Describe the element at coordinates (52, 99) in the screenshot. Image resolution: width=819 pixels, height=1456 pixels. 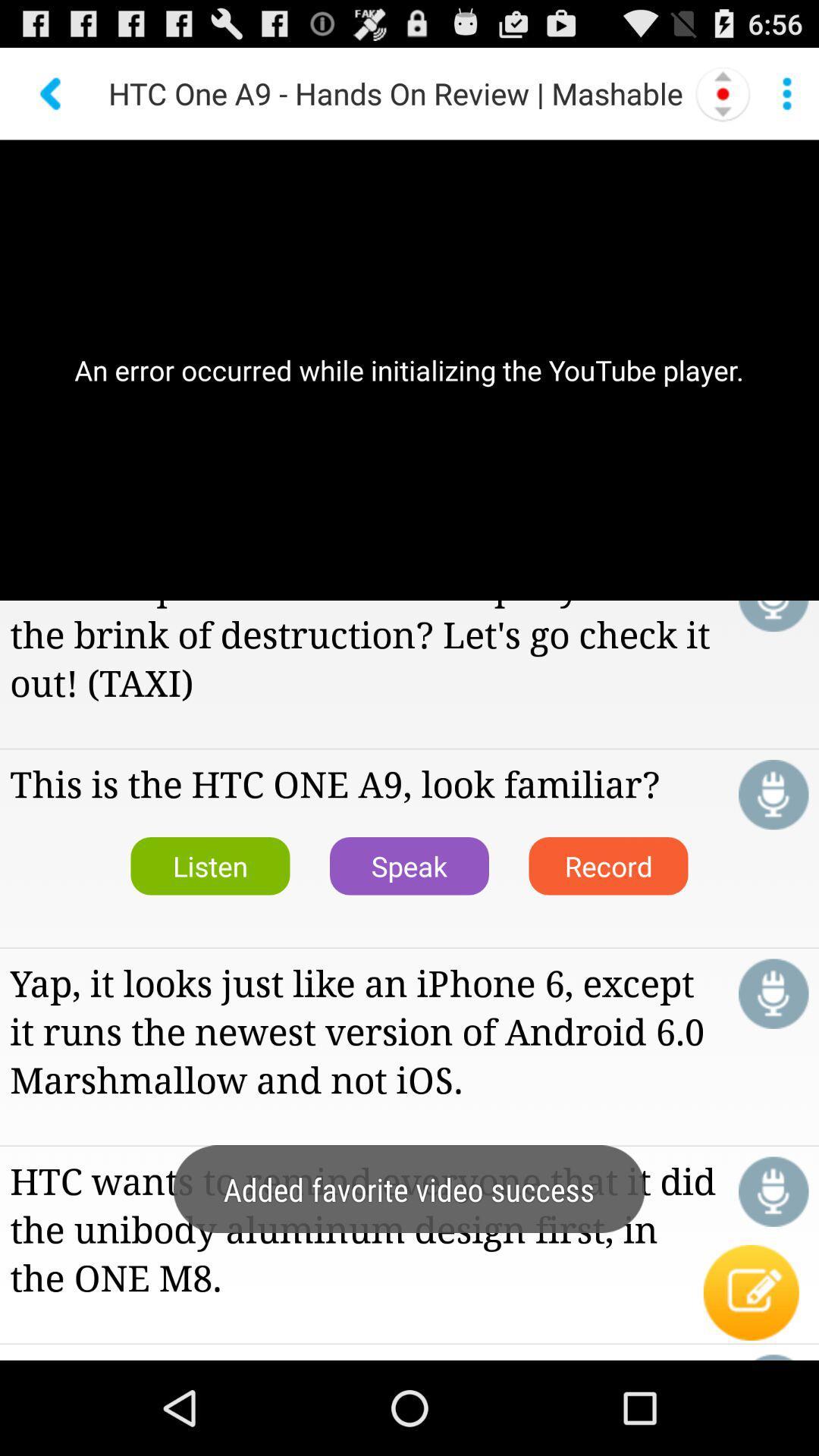
I see `the arrow_backward icon` at that location.